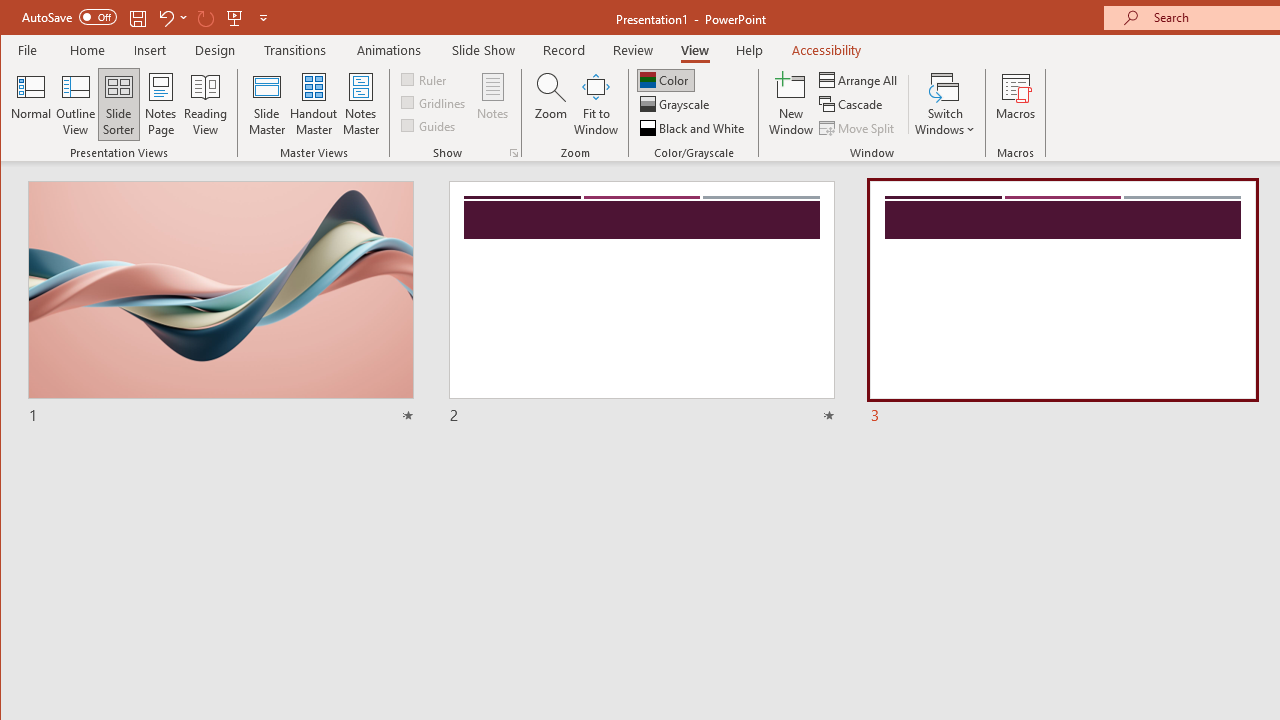 This screenshot has width=1280, height=720. What do you see at coordinates (676, 104) in the screenshot?
I see `'Grayscale'` at bounding box center [676, 104].